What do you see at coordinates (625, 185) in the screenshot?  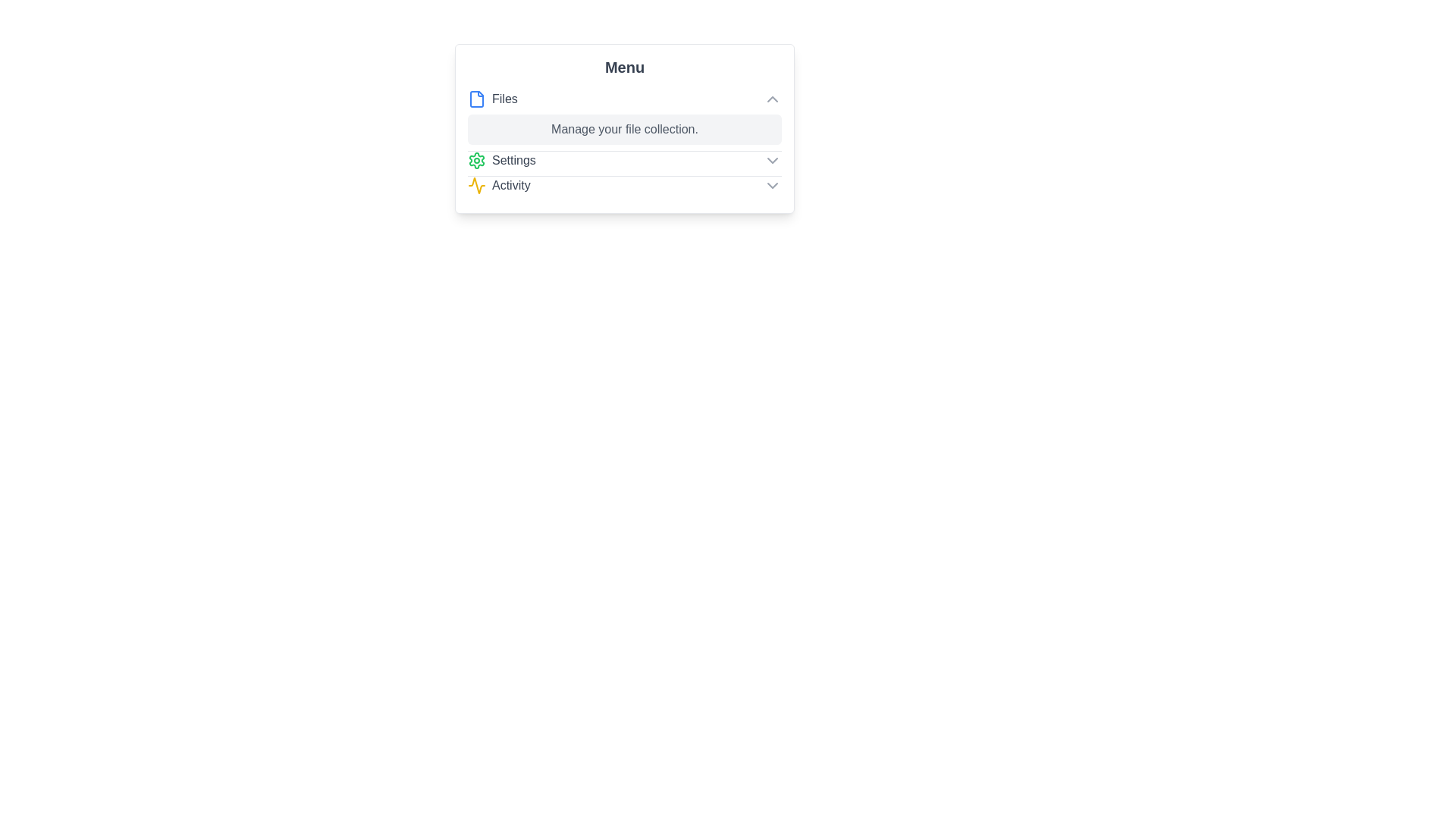 I see `the menu item Activity` at bounding box center [625, 185].